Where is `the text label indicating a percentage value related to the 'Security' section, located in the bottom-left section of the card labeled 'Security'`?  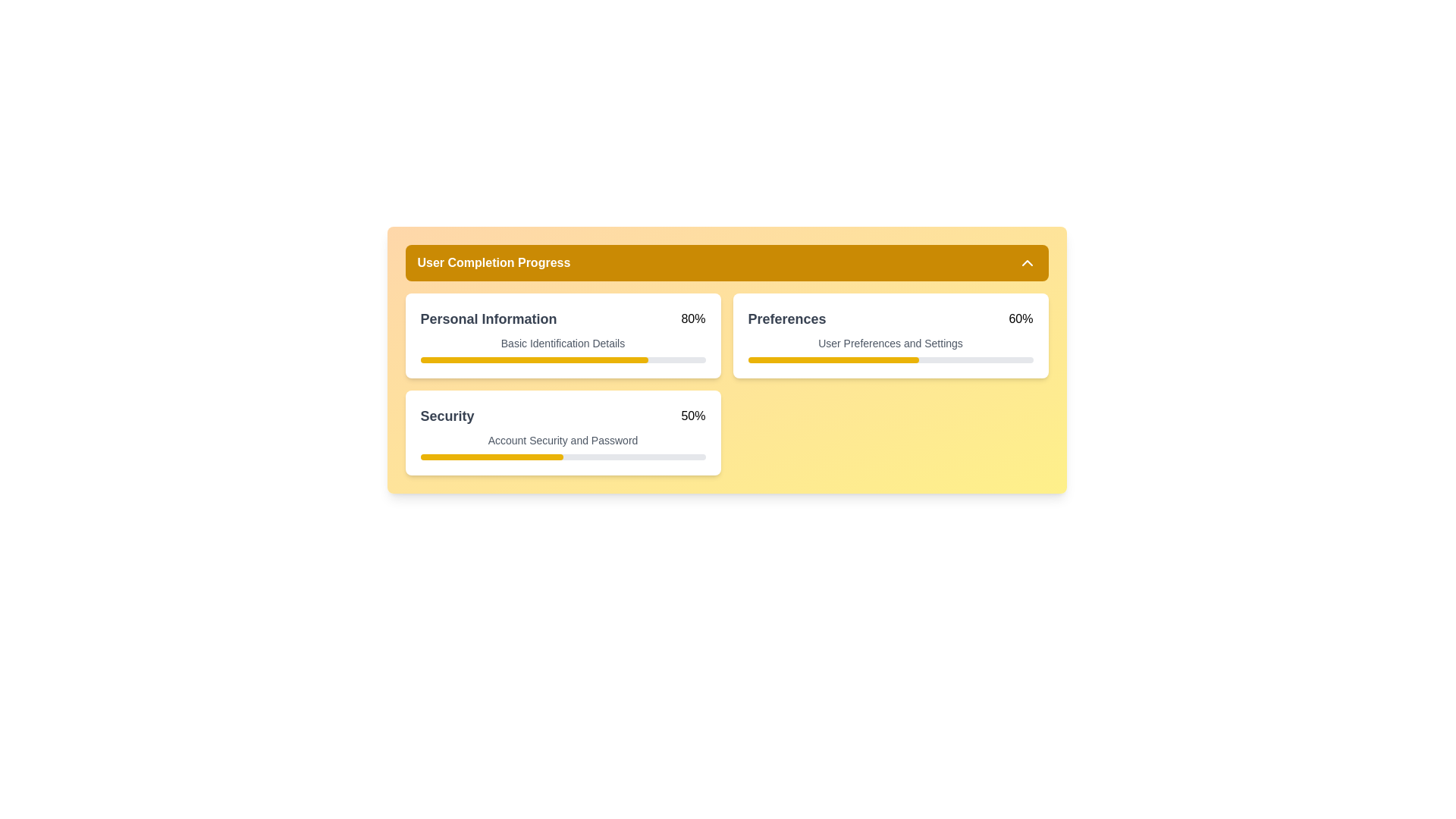 the text label indicating a percentage value related to the 'Security' section, located in the bottom-left section of the card labeled 'Security' is located at coordinates (692, 416).